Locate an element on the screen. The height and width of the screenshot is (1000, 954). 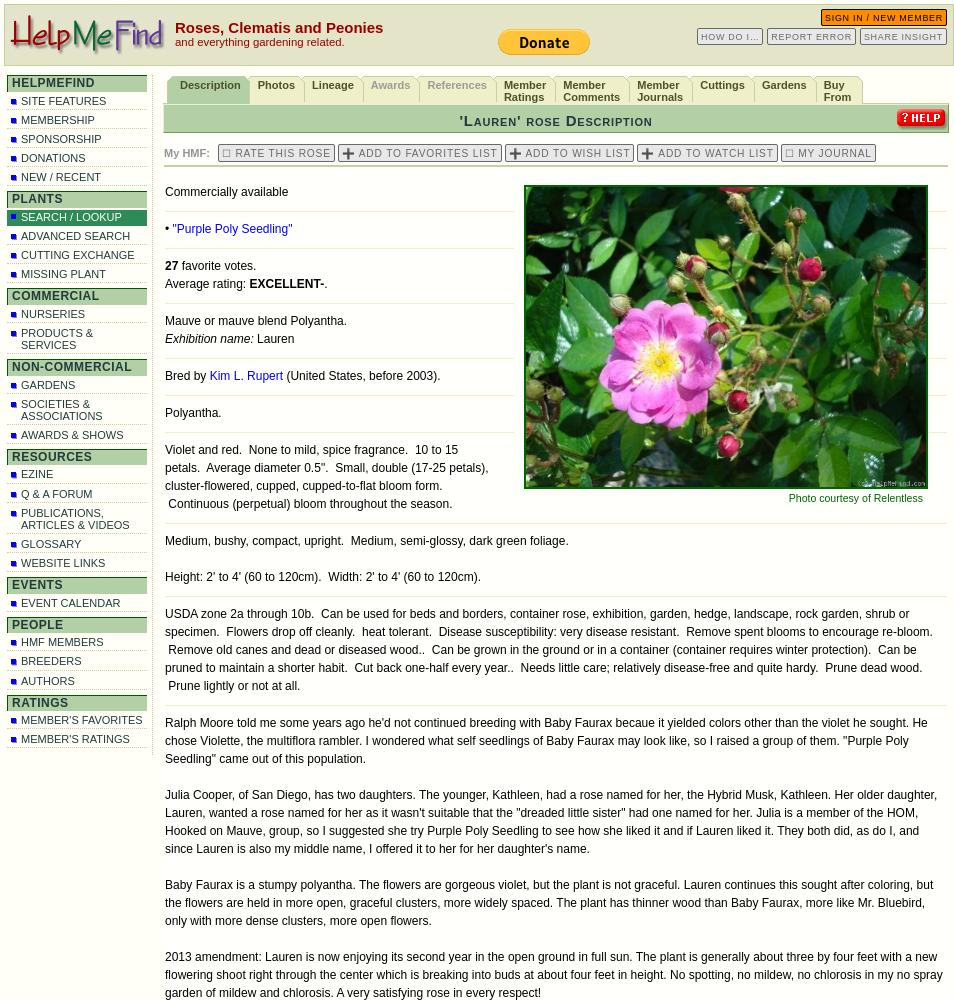
'Ralph Moore told me some years ago he'd not continued breeding with Baby Faurax becaue it yielded colors other than the violet he sought. He chose Violette, the multiflora rambler. I wondered what self seedlings of Baby Faurax may look like, so I raised a group of them. "Purple Poly Seedling" came out of this population.' is located at coordinates (544, 740).